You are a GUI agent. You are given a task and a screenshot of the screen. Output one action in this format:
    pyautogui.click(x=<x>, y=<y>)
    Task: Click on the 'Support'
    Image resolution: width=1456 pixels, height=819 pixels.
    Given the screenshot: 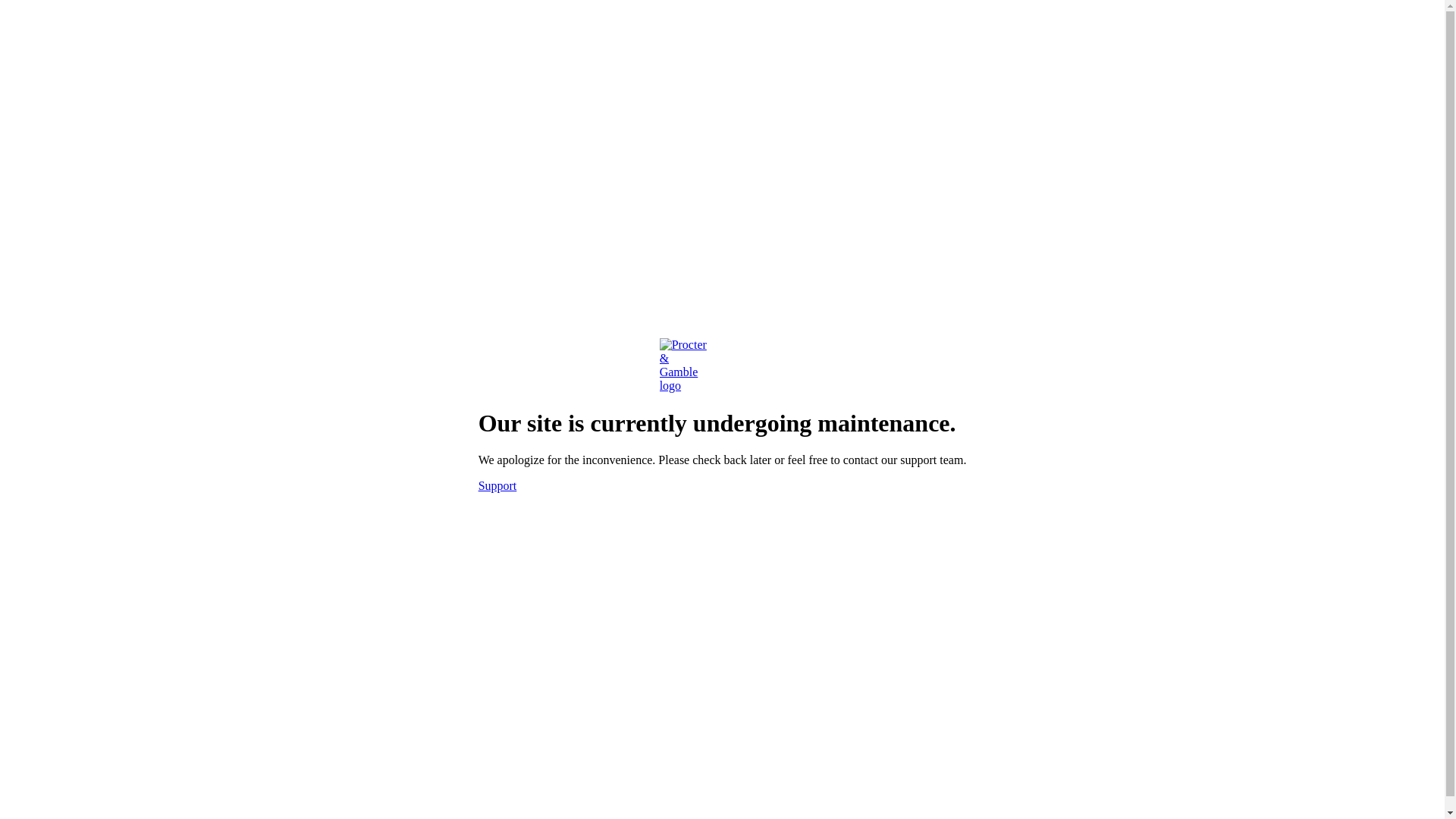 What is the action you would take?
    pyautogui.click(x=497, y=485)
    